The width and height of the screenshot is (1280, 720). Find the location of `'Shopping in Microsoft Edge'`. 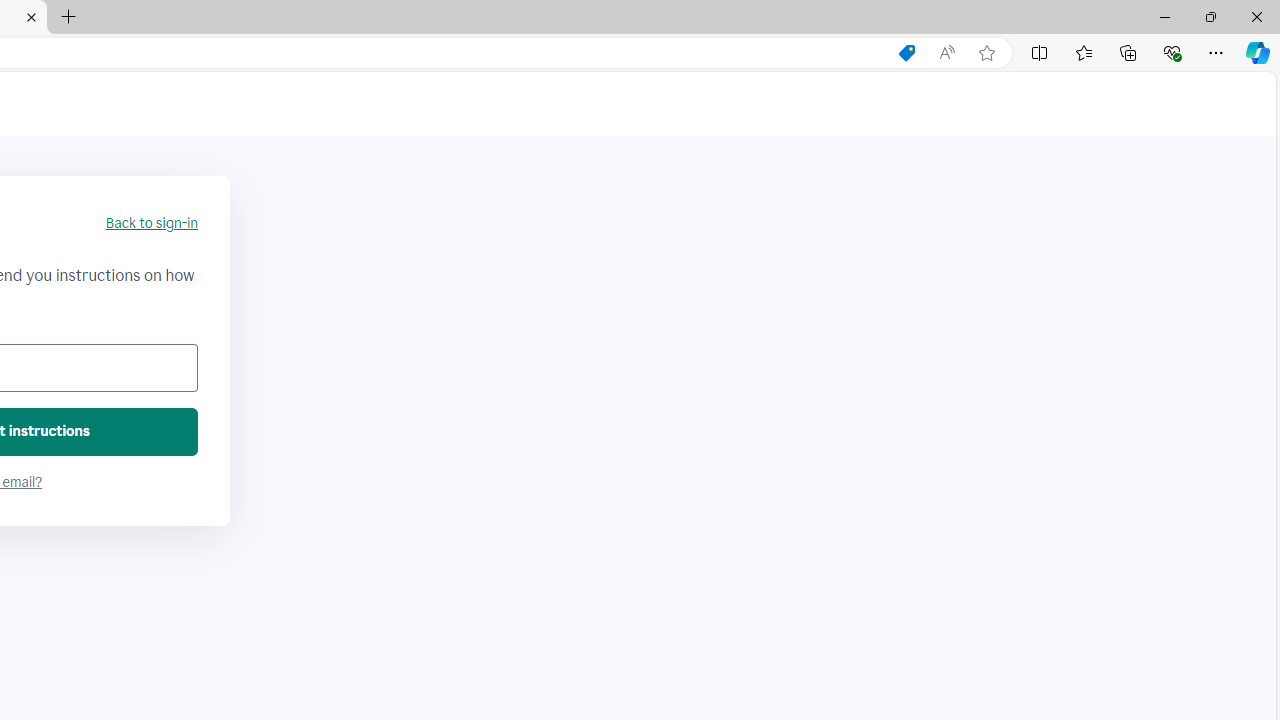

'Shopping in Microsoft Edge' is located at coordinates (905, 52).